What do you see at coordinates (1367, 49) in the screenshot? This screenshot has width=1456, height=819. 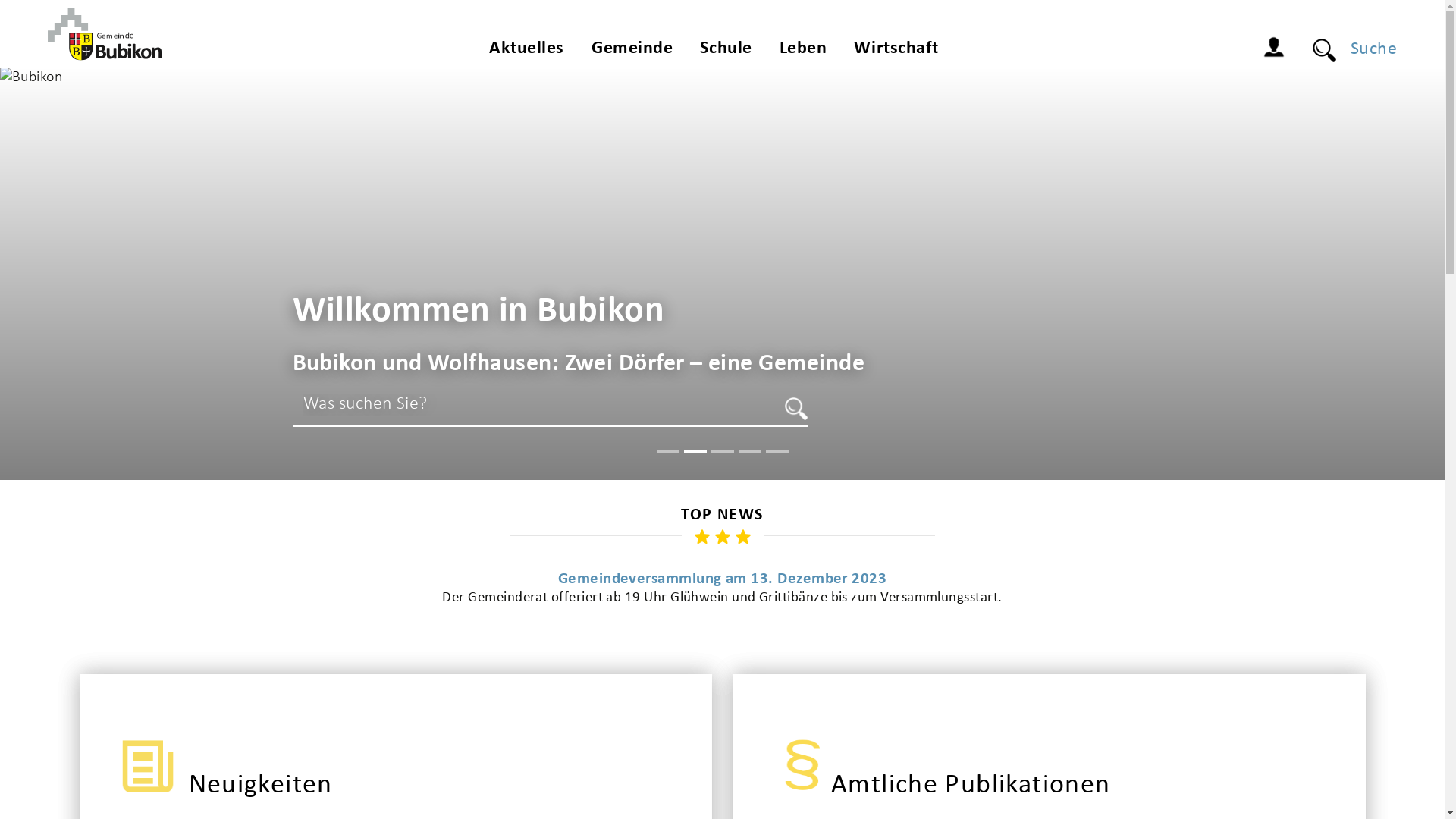 I see `'Suche'` at bounding box center [1367, 49].